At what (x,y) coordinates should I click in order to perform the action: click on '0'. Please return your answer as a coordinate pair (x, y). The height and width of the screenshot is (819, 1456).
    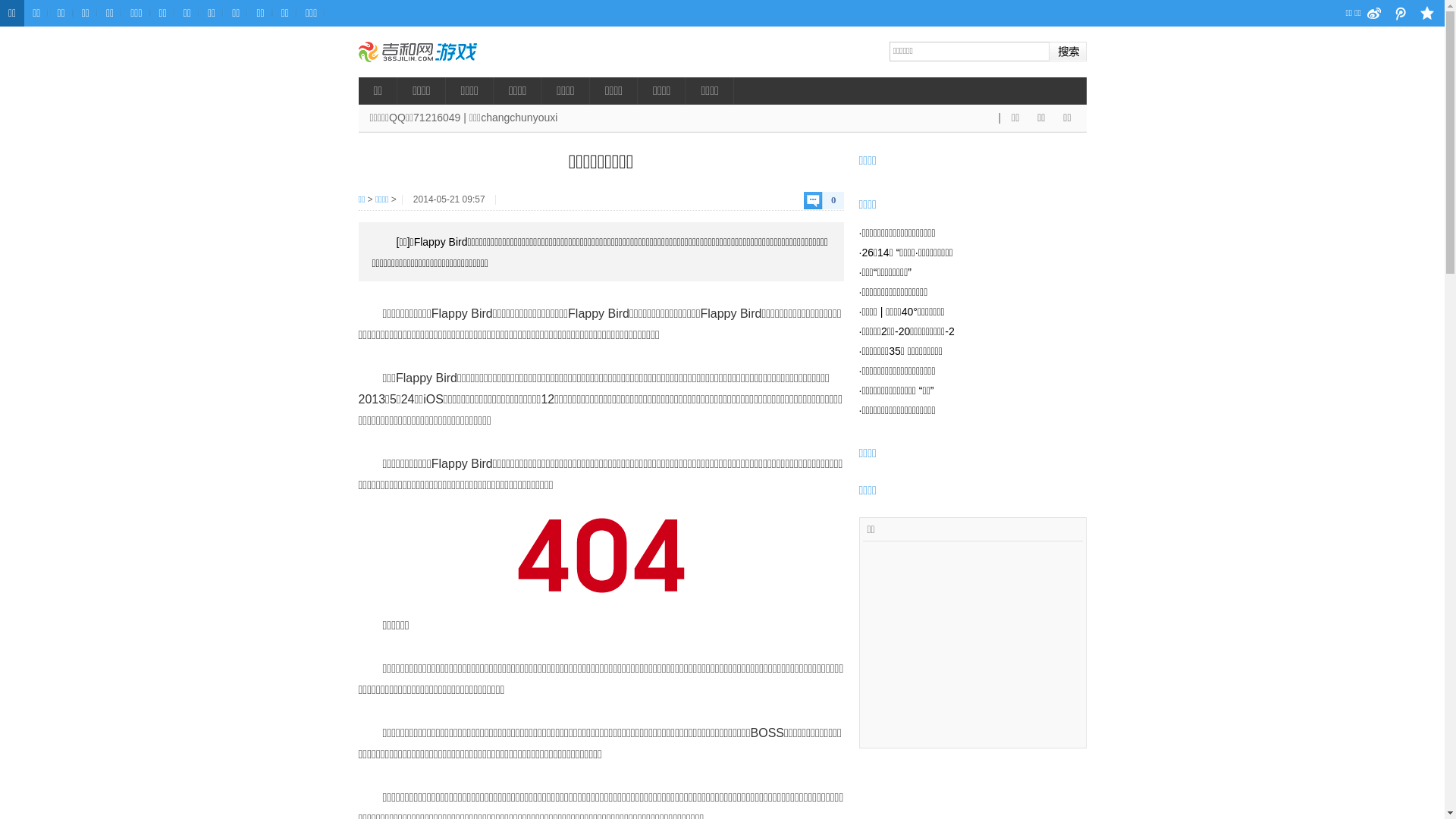
    Looking at the image, I should click on (823, 199).